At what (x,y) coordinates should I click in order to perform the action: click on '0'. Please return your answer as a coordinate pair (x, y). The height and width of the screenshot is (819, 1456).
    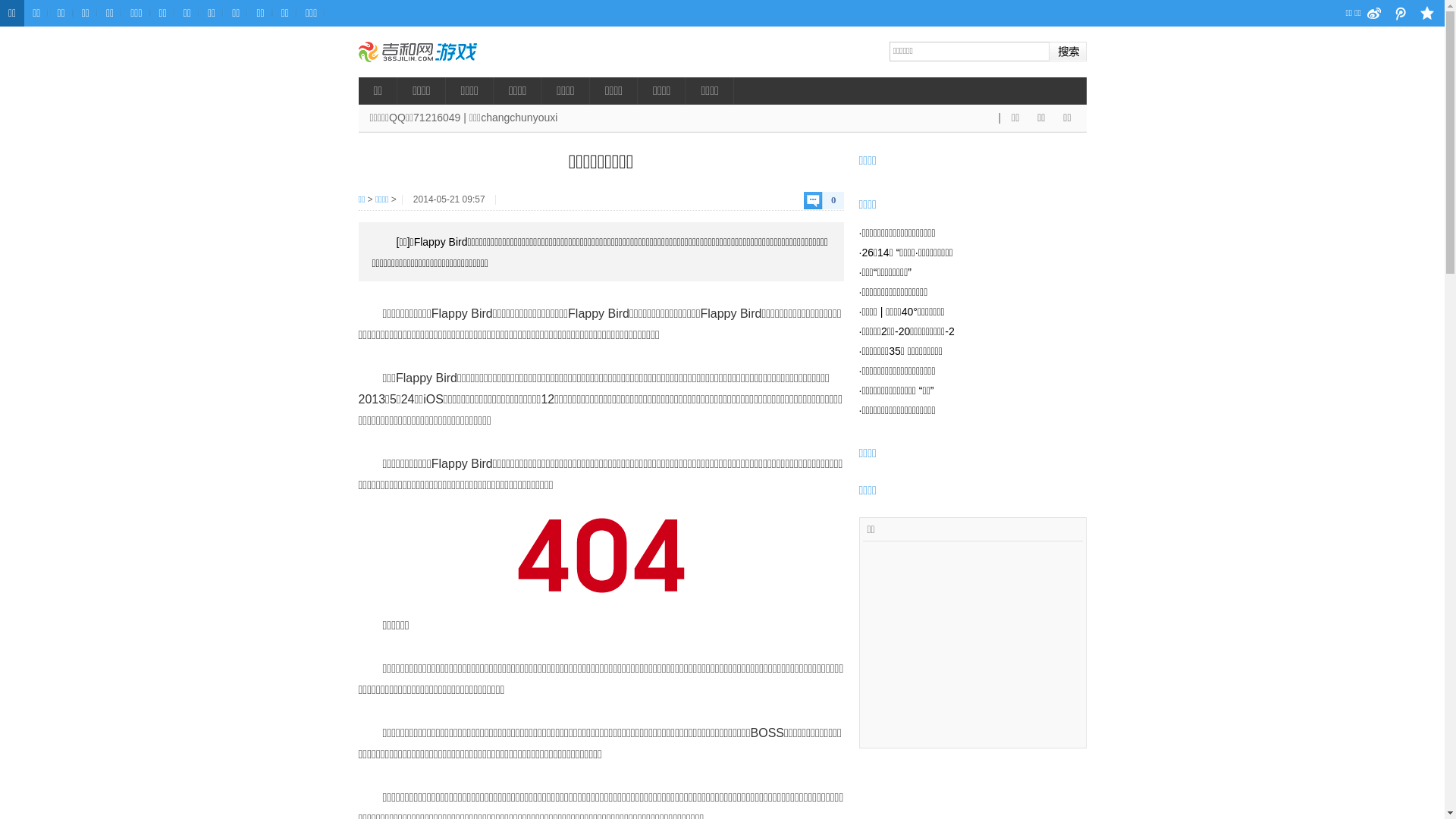
    Looking at the image, I should click on (823, 199).